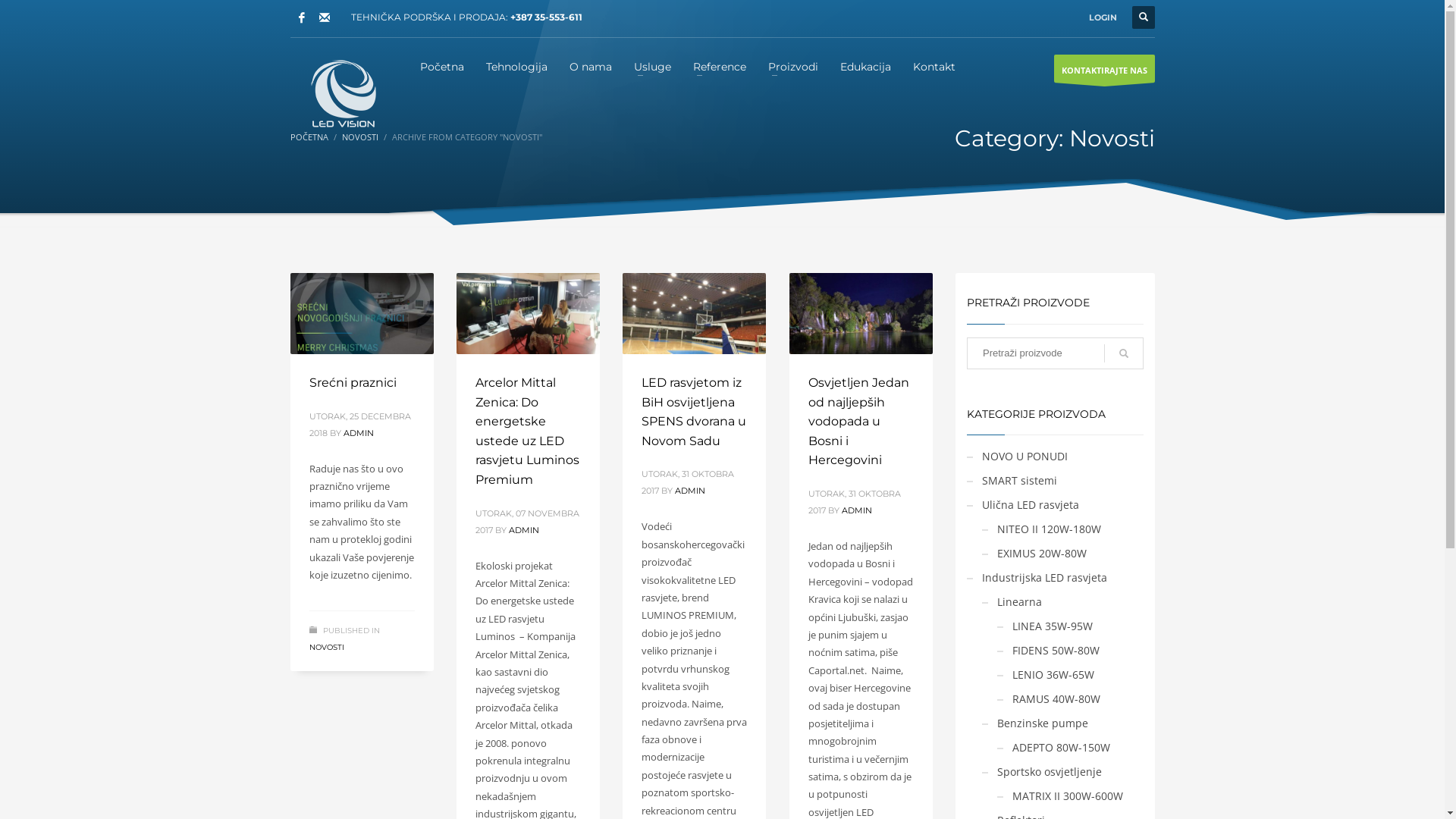 Image resolution: width=1456 pixels, height=819 pixels. What do you see at coordinates (982, 771) in the screenshot?
I see `'Sportsko osvjetljenje'` at bounding box center [982, 771].